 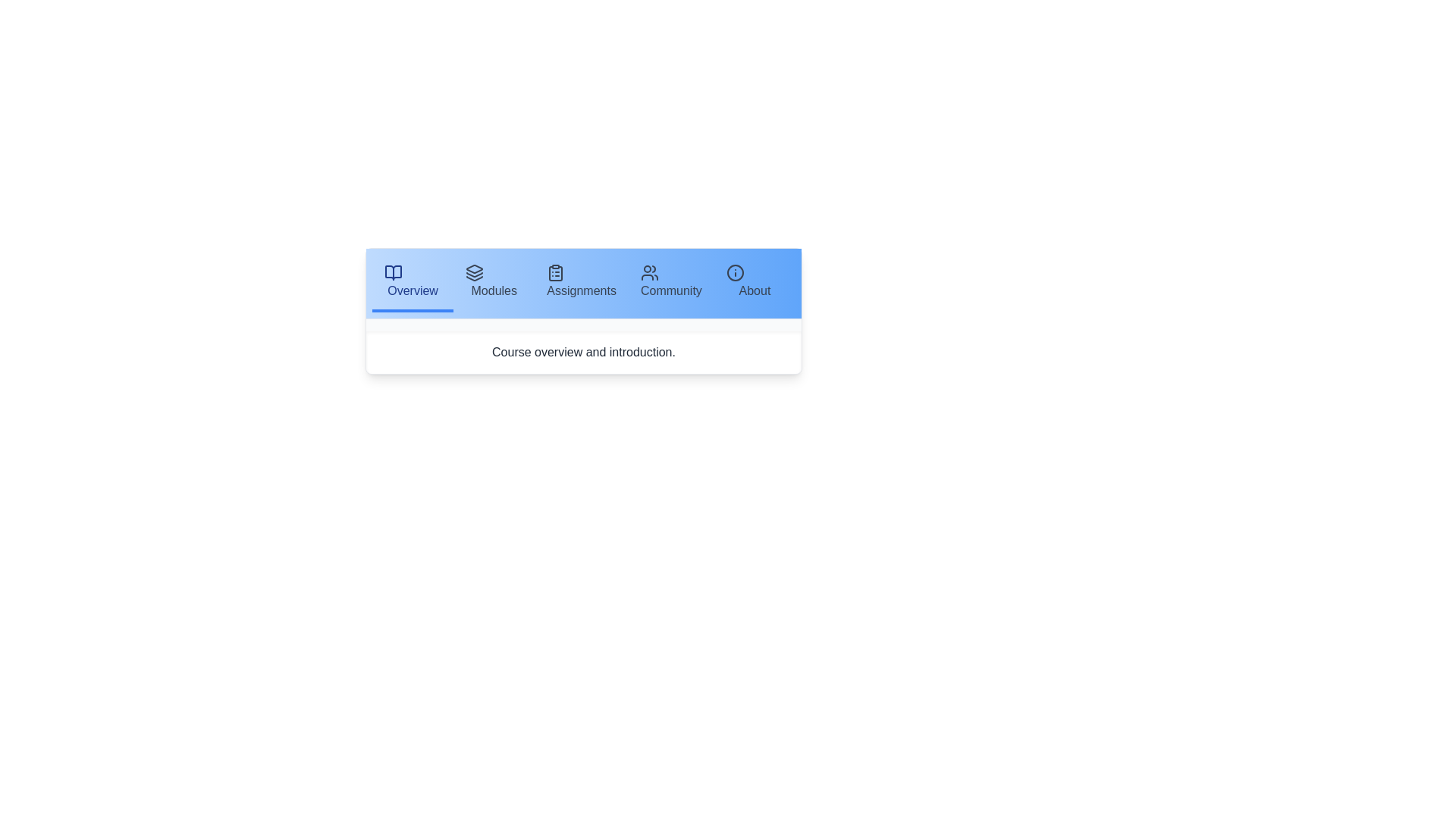 I want to click on the central circular Graphical SVG element in the 'About' section of the interface, so click(x=735, y=271).